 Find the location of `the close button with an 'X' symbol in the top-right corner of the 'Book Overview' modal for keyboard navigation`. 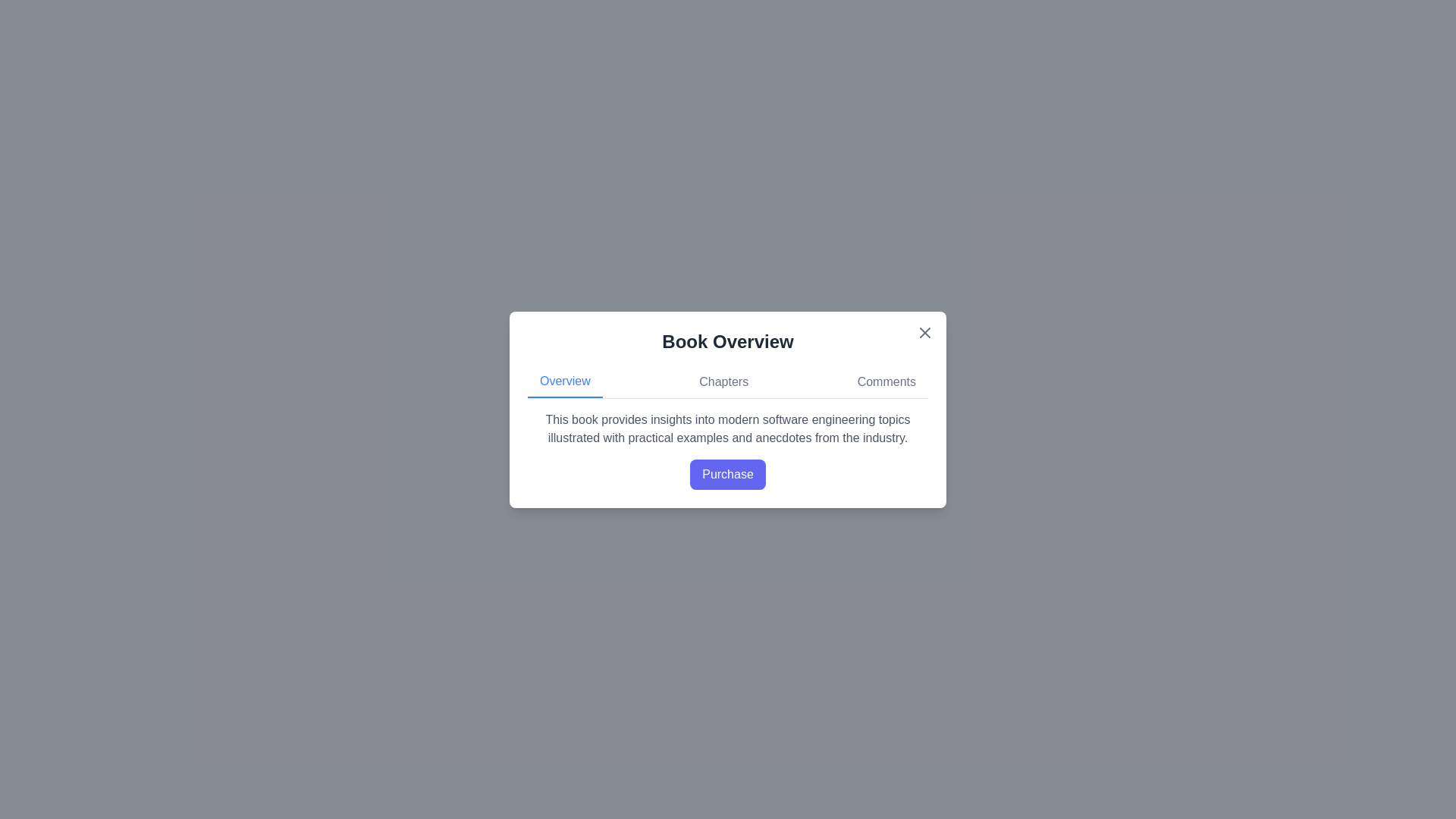

the close button with an 'X' symbol in the top-right corner of the 'Book Overview' modal for keyboard navigation is located at coordinates (924, 331).